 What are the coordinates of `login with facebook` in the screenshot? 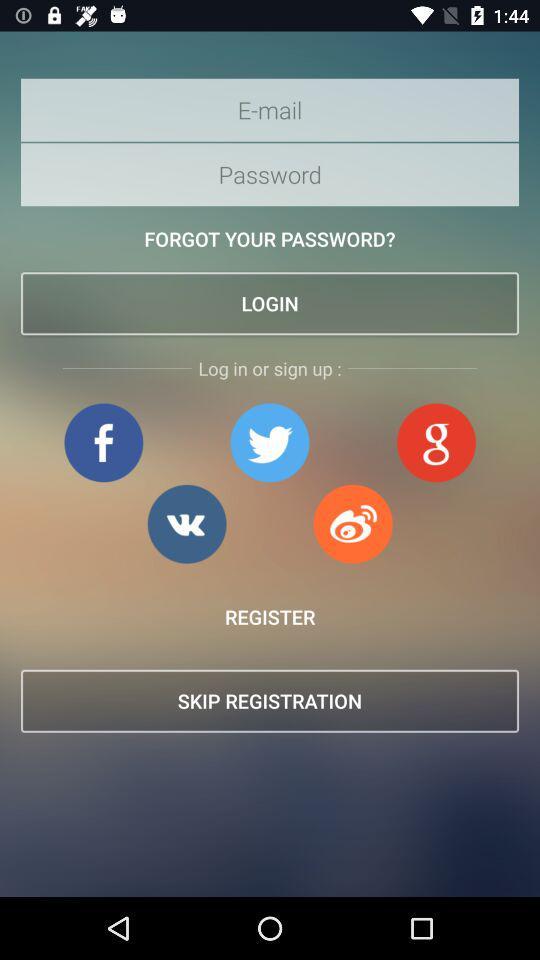 It's located at (103, 442).